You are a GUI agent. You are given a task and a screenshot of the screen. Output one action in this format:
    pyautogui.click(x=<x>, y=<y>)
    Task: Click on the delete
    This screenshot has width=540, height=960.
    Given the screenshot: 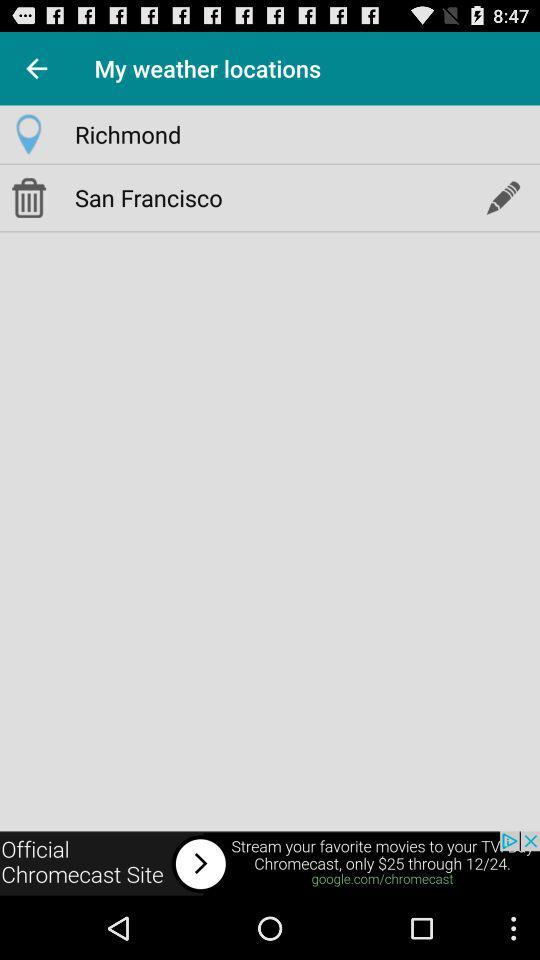 What is the action you would take?
    pyautogui.click(x=28, y=197)
    